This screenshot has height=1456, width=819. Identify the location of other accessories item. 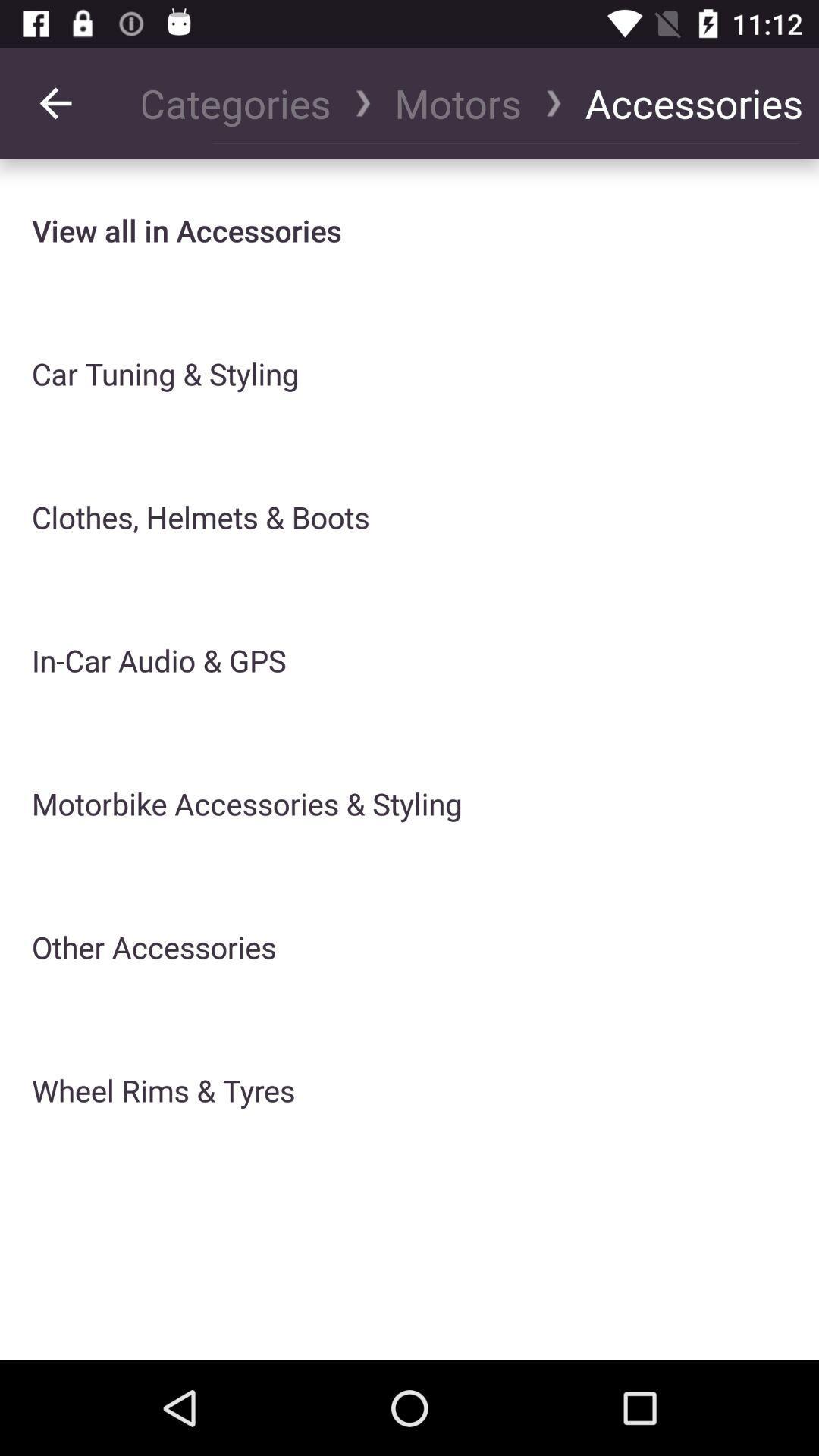
(154, 946).